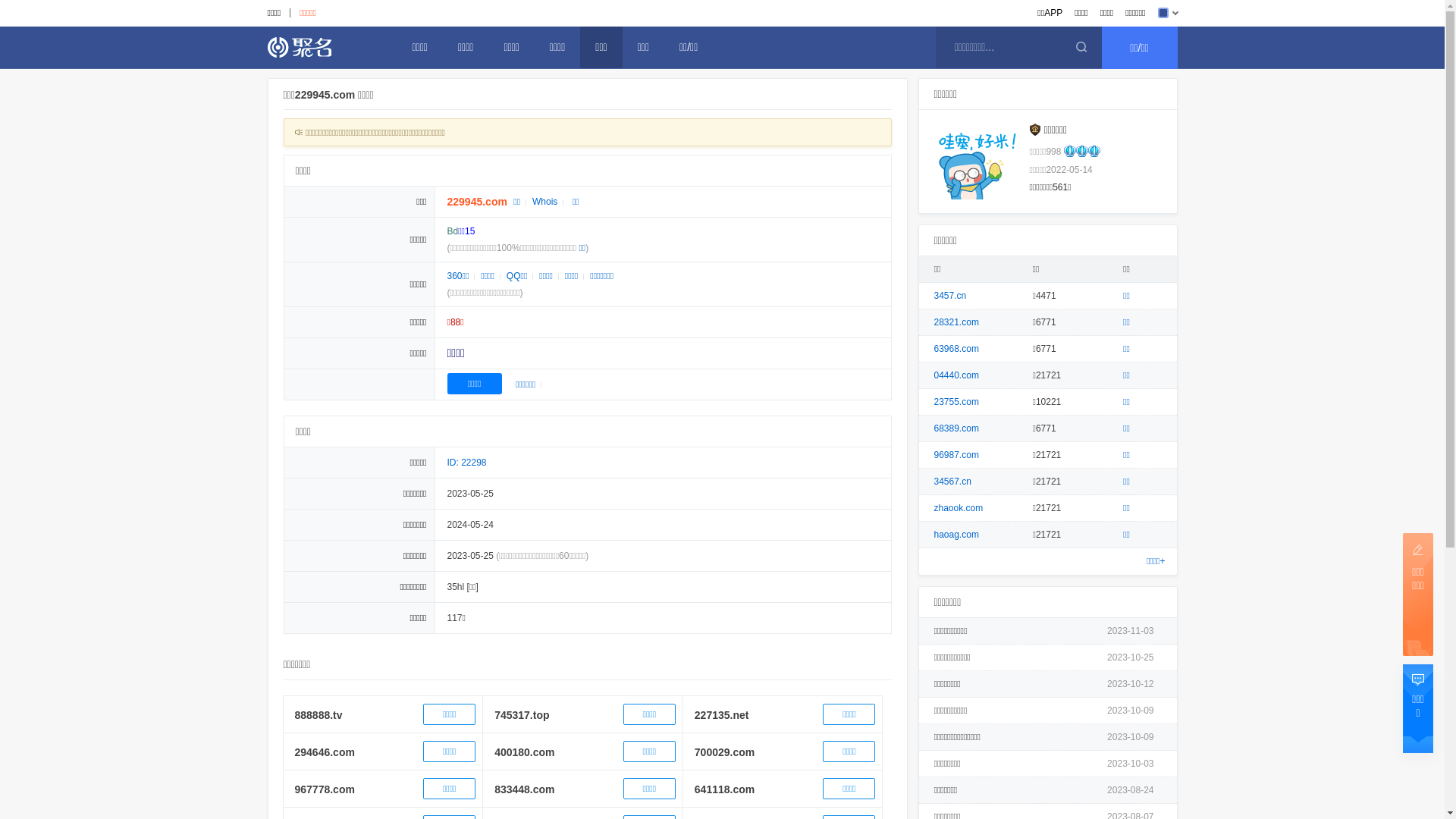 The image size is (1456, 819). What do you see at coordinates (466, 461) in the screenshot?
I see `'ID: 22298'` at bounding box center [466, 461].